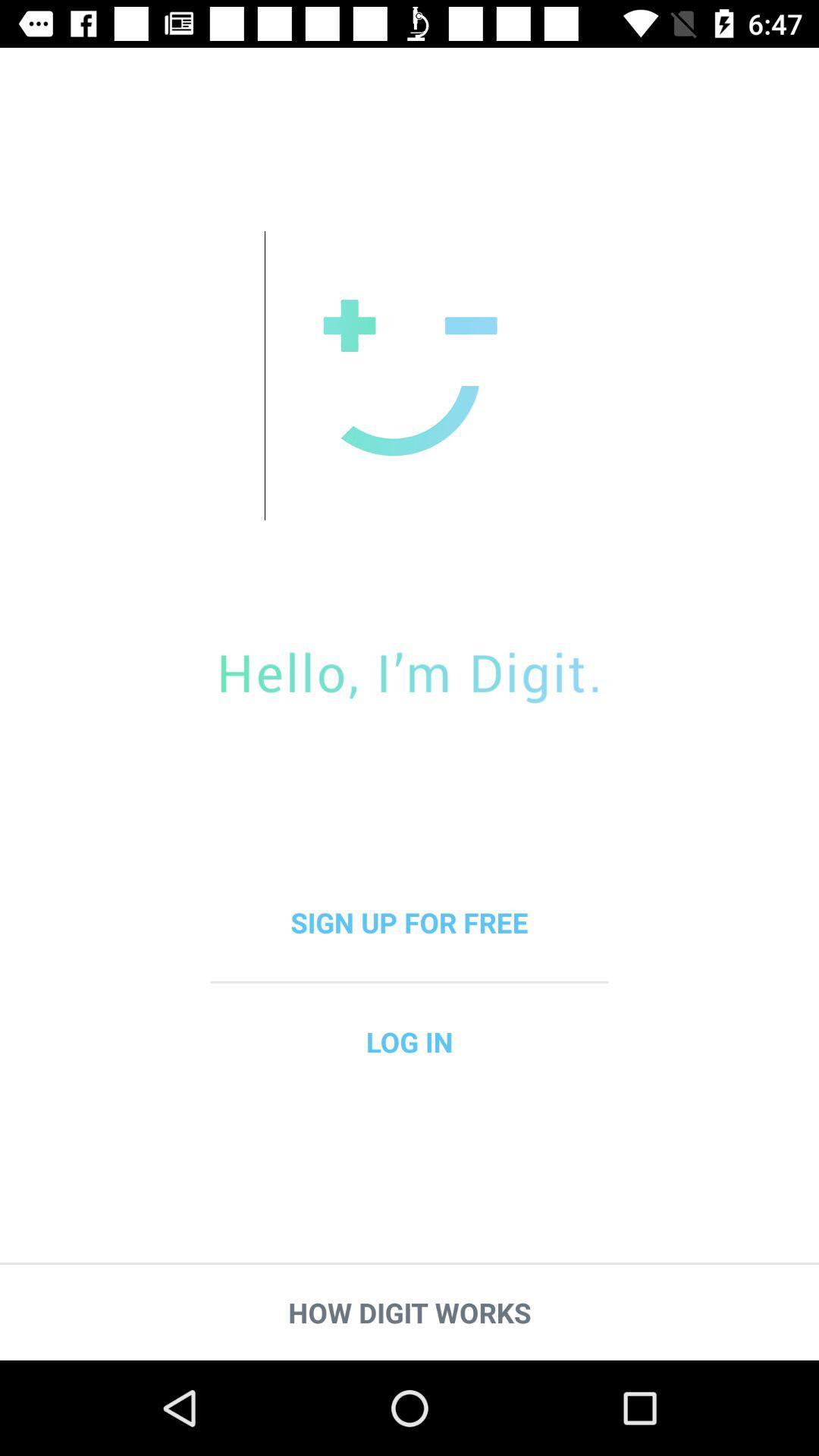 This screenshot has height=1456, width=819. Describe the element at coordinates (409, 921) in the screenshot. I see `the sign up for` at that location.